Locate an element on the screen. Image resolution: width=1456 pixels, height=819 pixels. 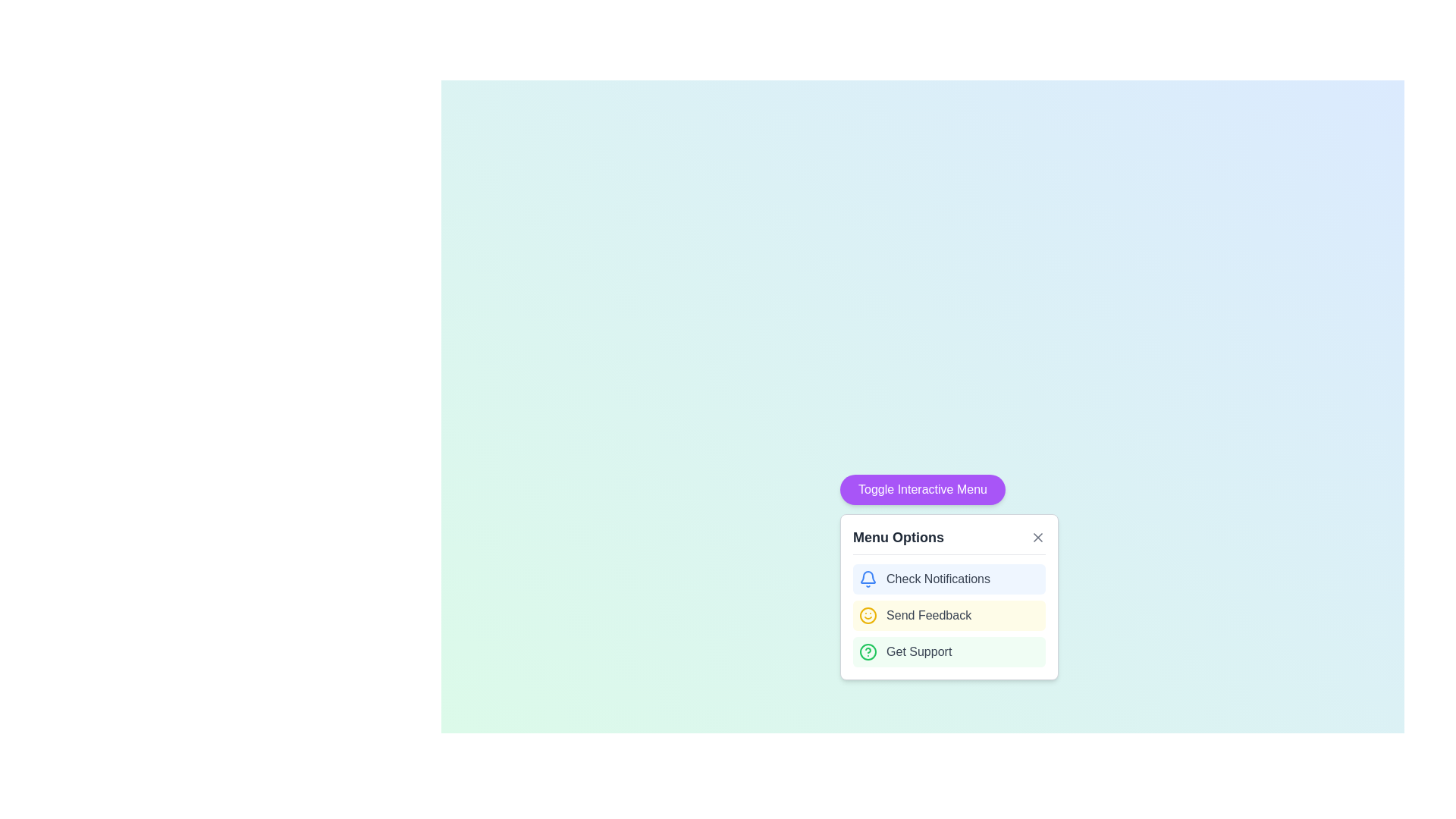
the notifications button located in the vertical list within the menu box, positioned above the 'Send Feedback' option and below the menu header is located at coordinates (949, 579).